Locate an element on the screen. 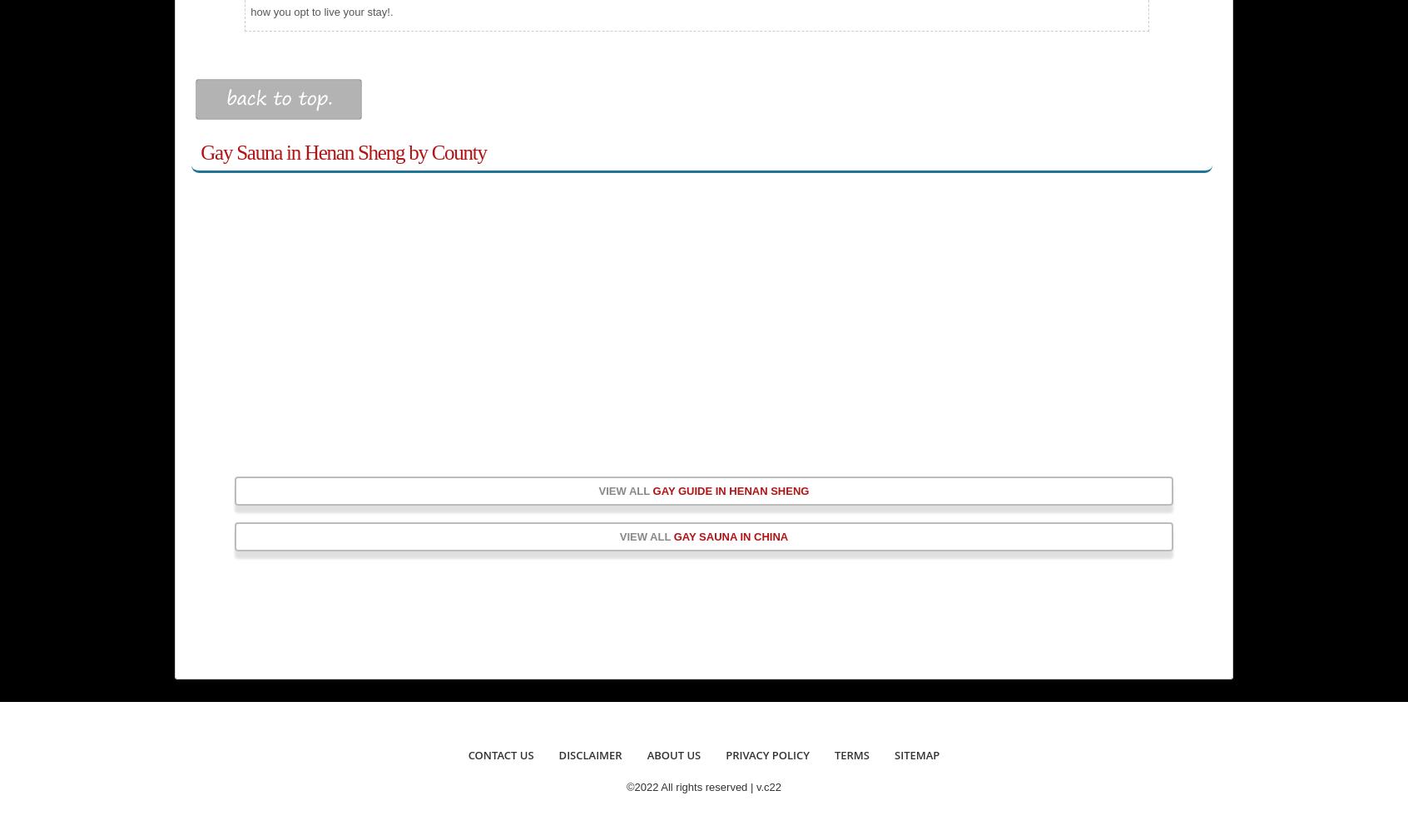  'Gay Sauna in Henan Sheng by County' is located at coordinates (343, 151).